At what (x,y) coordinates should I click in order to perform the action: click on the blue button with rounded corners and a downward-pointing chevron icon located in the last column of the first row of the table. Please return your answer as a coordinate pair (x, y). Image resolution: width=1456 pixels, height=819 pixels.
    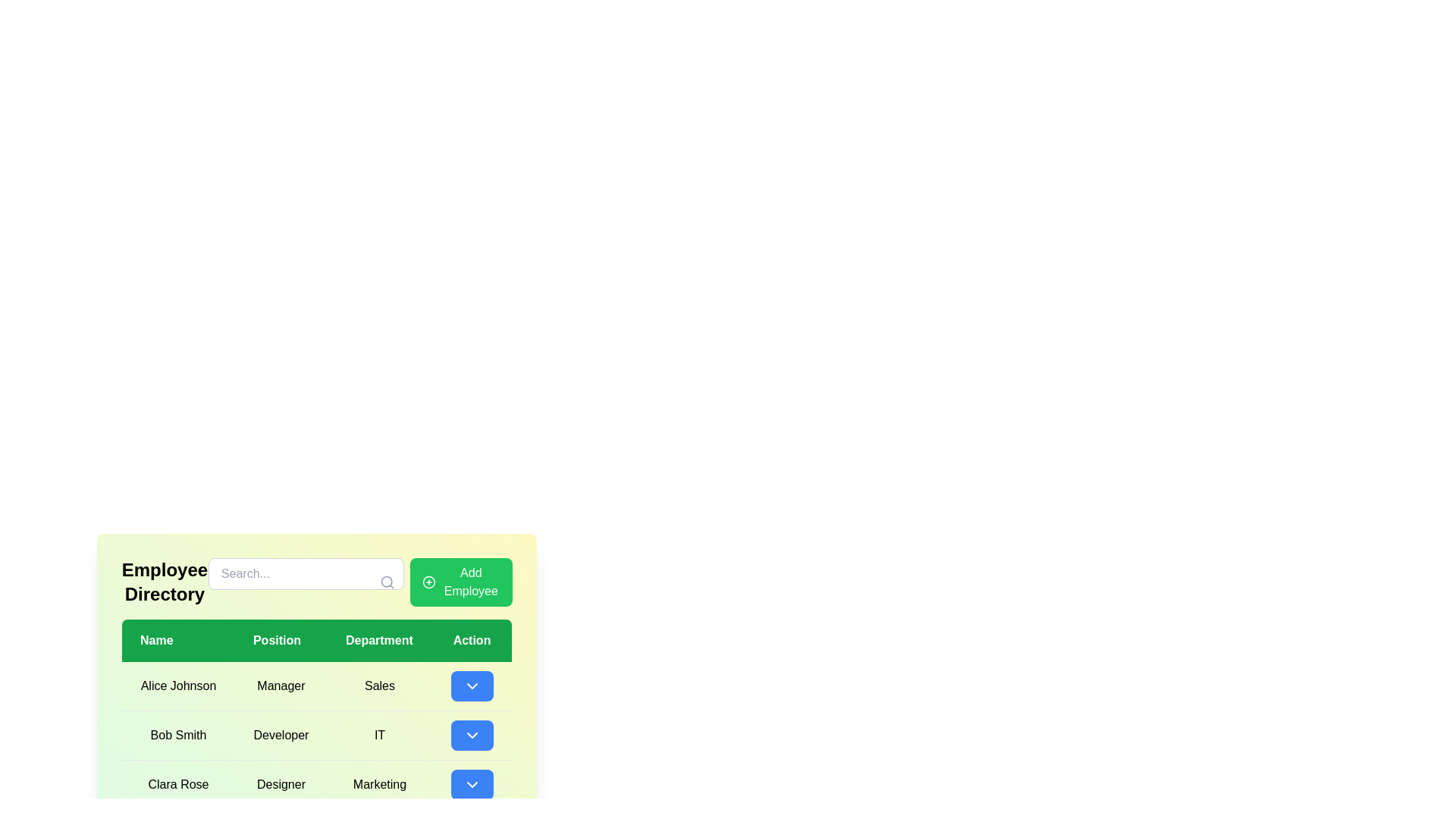
    Looking at the image, I should click on (471, 686).